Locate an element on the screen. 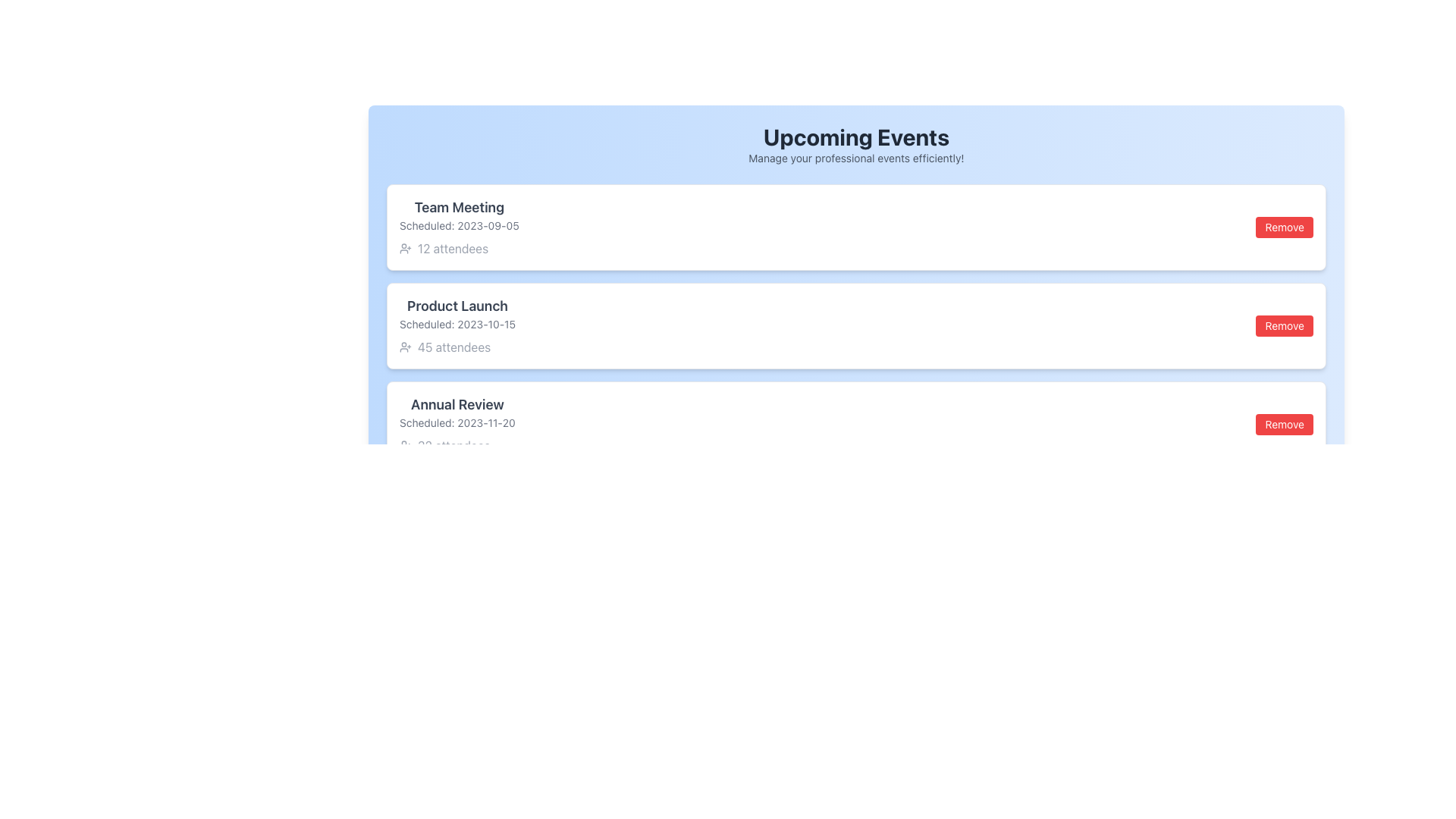 The width and height of the screenshot is (1456, 819). the text label displaying 'Scheduled: 2023-09-05', which is positioned below the 'Team Meeting' text and above the '12 attendees' label within a white rectangular card is located at coordinates (458, 225).